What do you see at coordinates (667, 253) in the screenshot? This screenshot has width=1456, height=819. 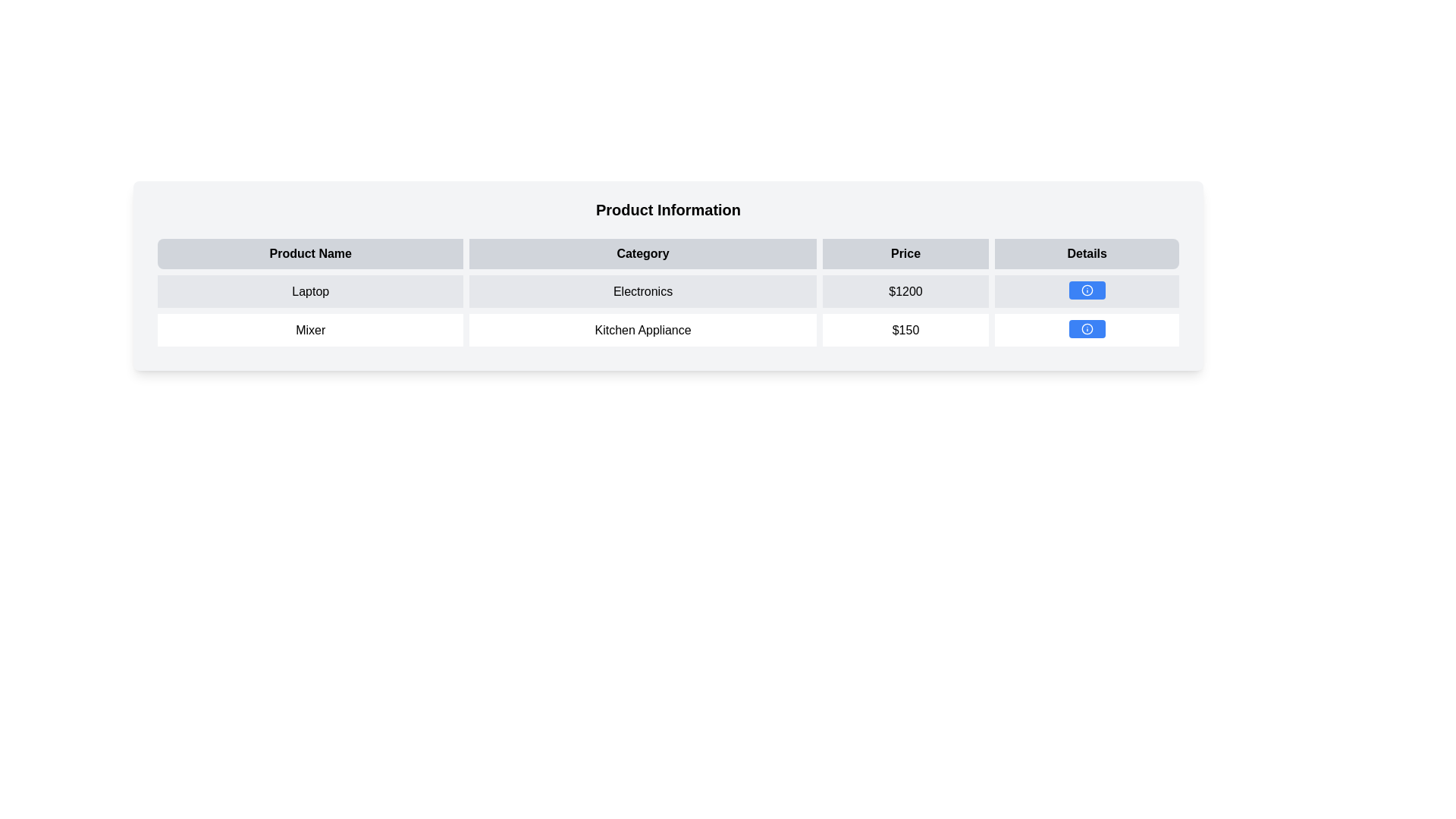 I see `the table header cell labeled 'Category', which is the second cell in the header row of the table, positioned between 'Product Name' and 'Price'` at bounding box center [667, 253].